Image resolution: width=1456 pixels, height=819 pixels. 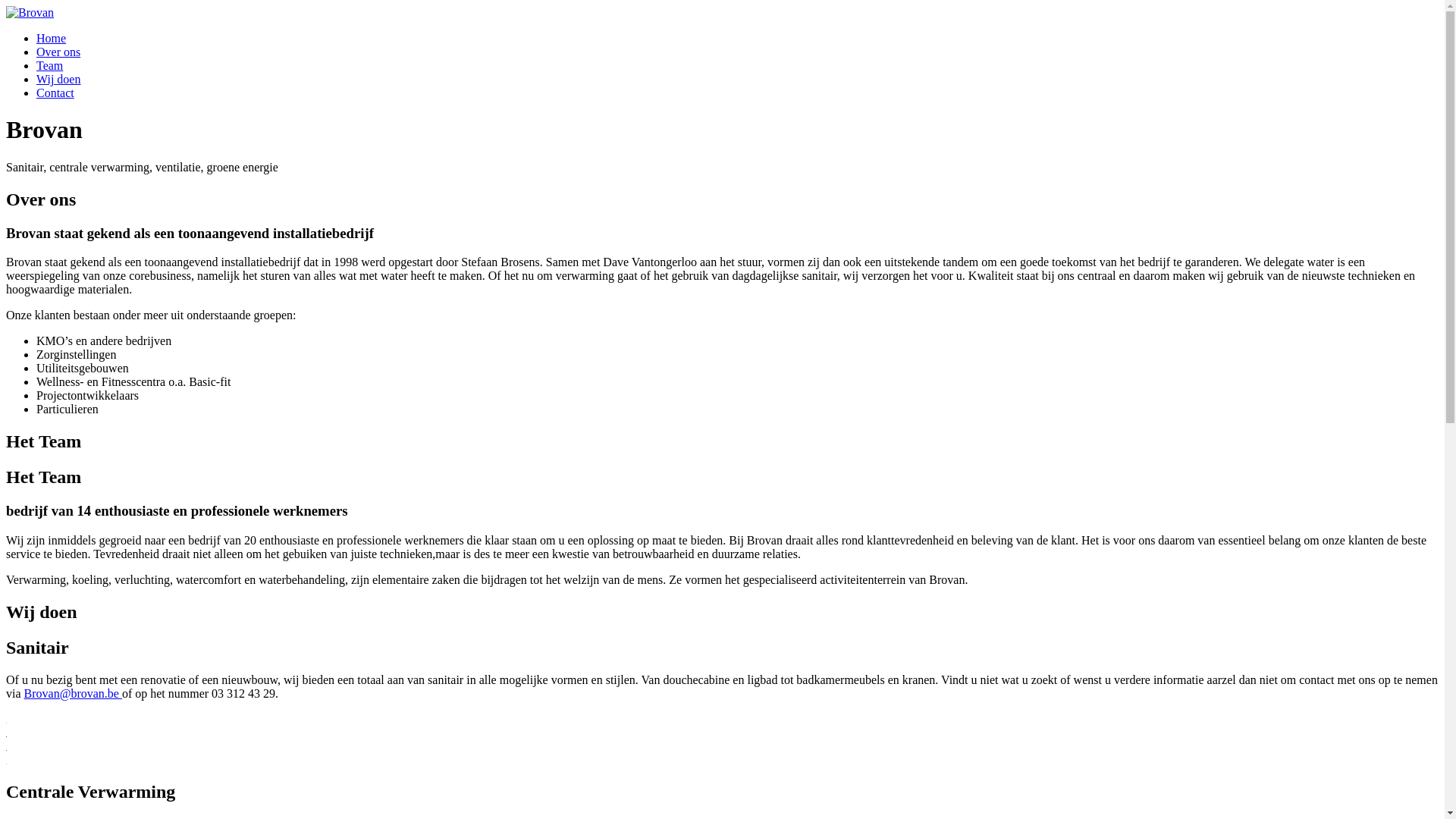 I want to click on 'Over ons', so click(x=58, y=51).